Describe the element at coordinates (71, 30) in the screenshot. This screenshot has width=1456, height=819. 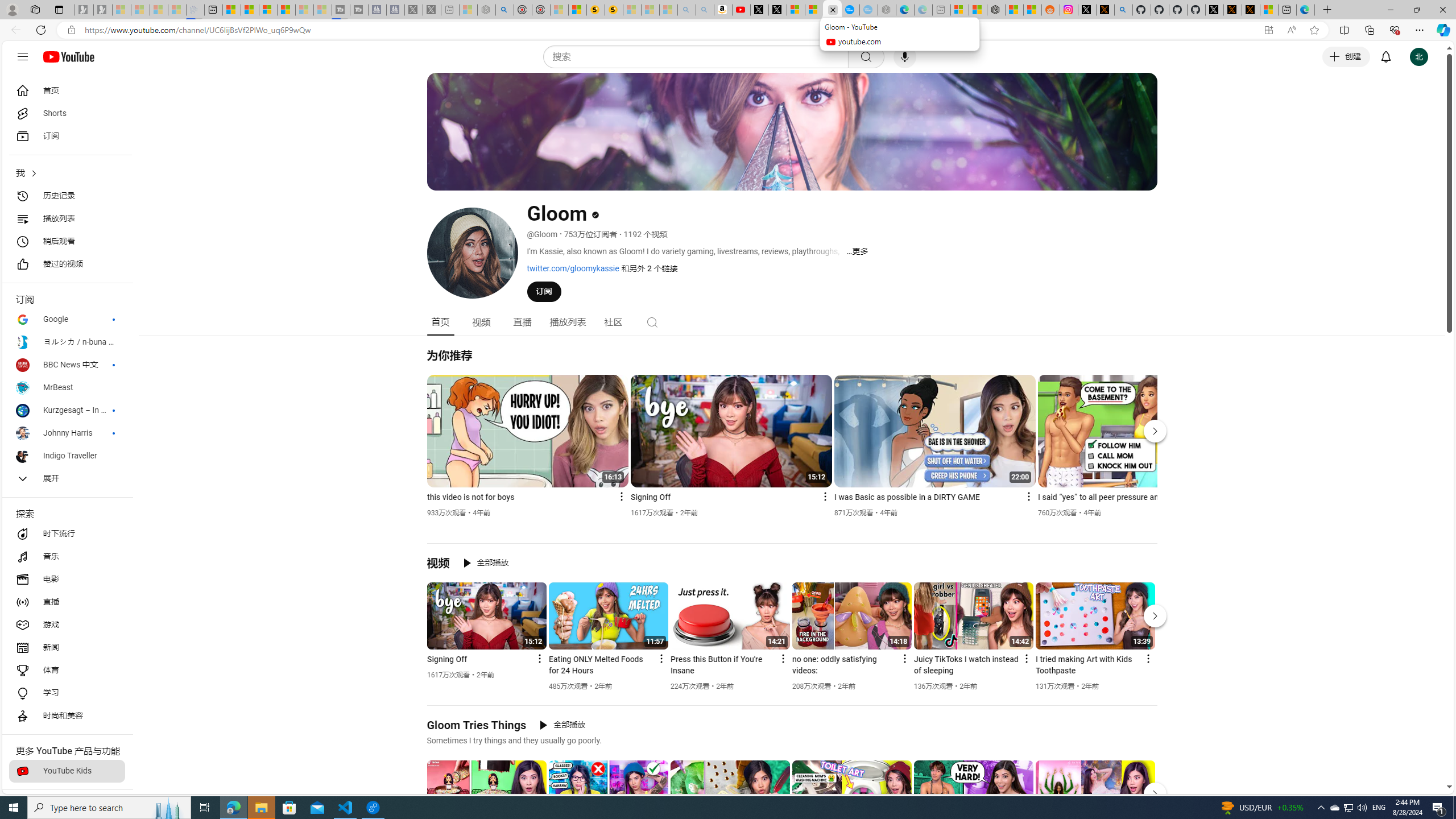
I see `'View site information'` at that location.